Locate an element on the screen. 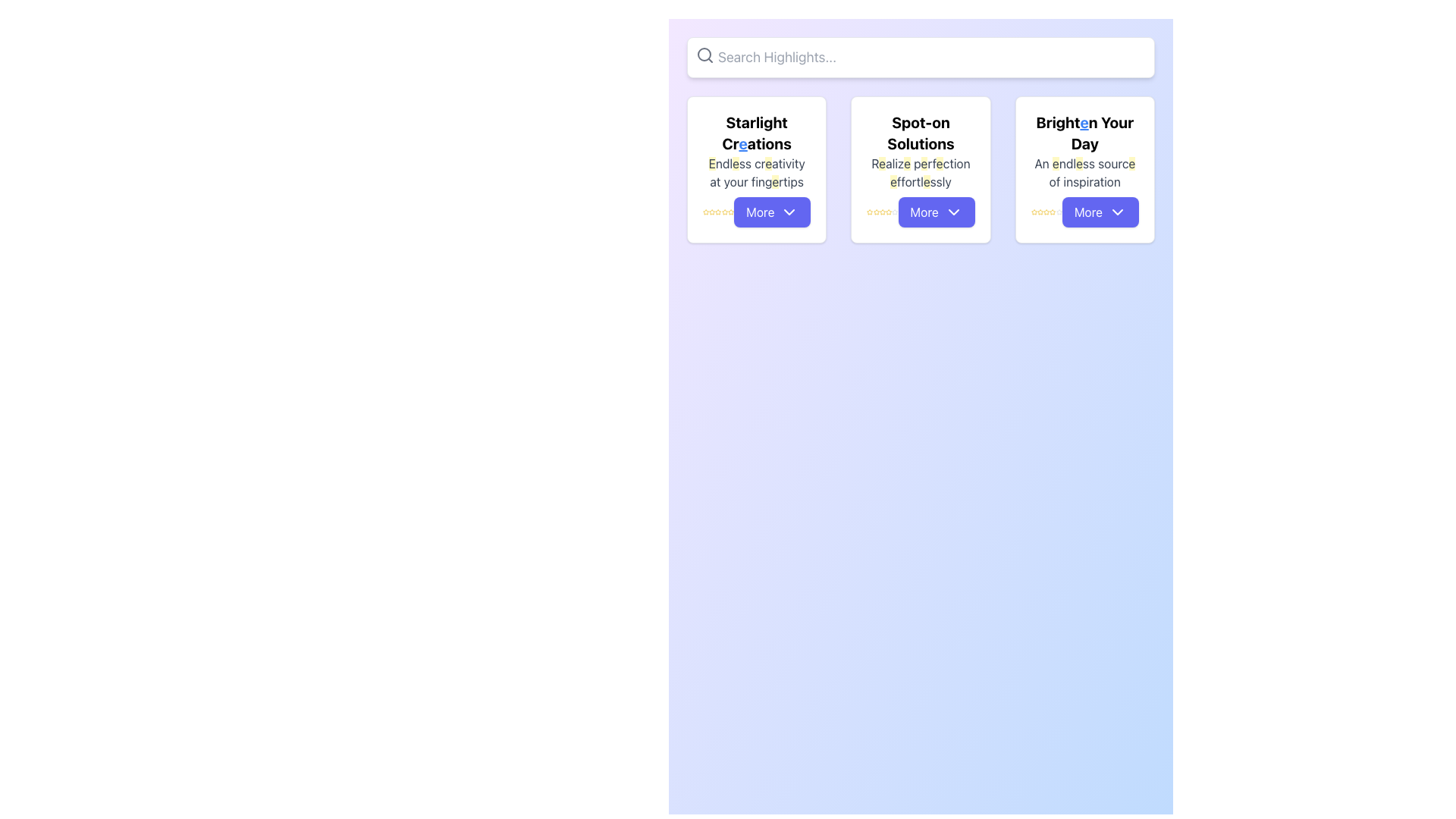  the last star icon in the series of five star icons beneath the 'Brighten Your Day' text is located at coordinates (1058, 212).